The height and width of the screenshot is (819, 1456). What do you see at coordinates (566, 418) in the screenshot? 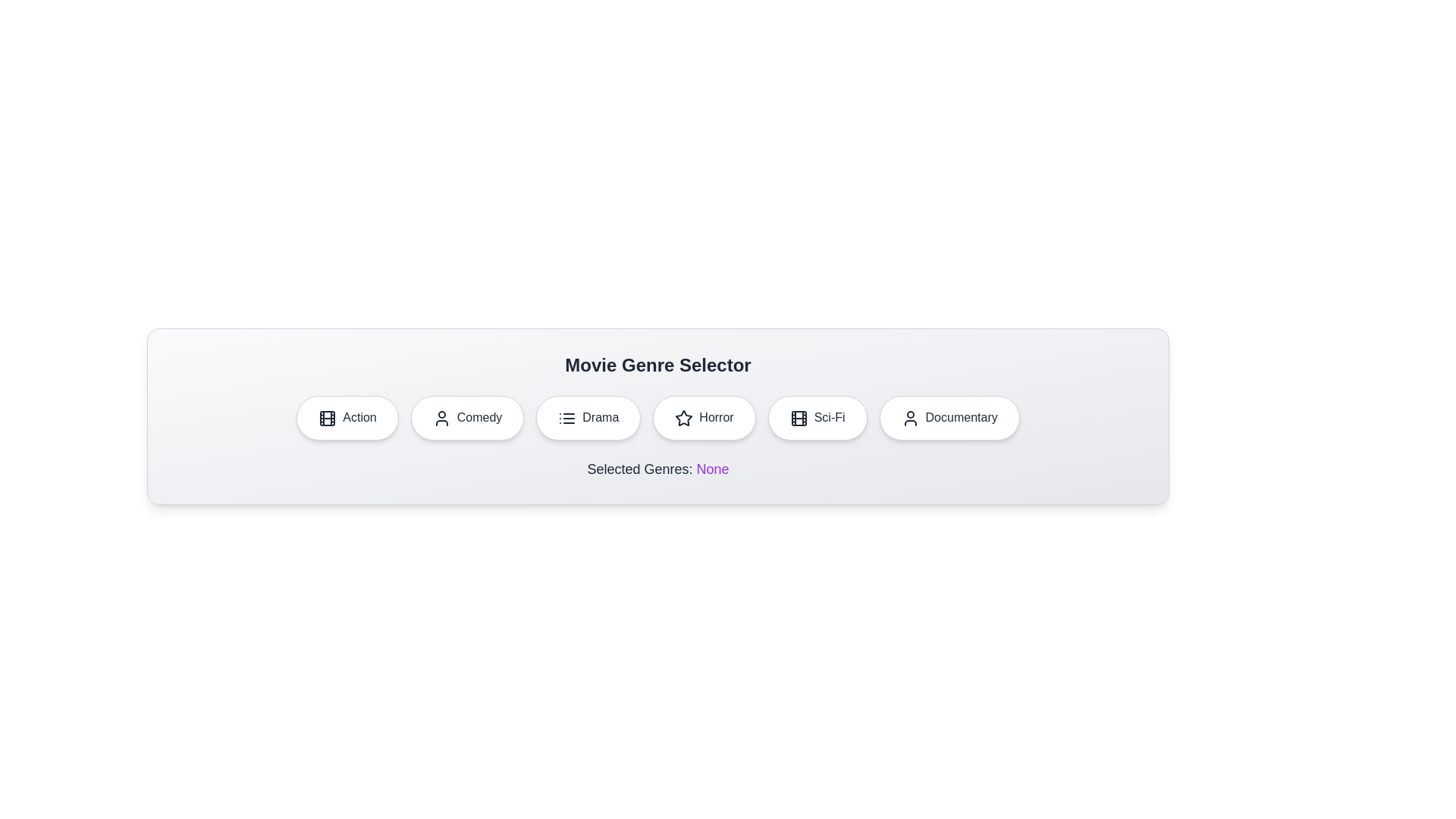
I see `the small list icon represented by three horizontal lines, located within the circular 'Drama' button, which is third from the left in a horizontal layout of six genre buttons` at bounding box center [566, 418].